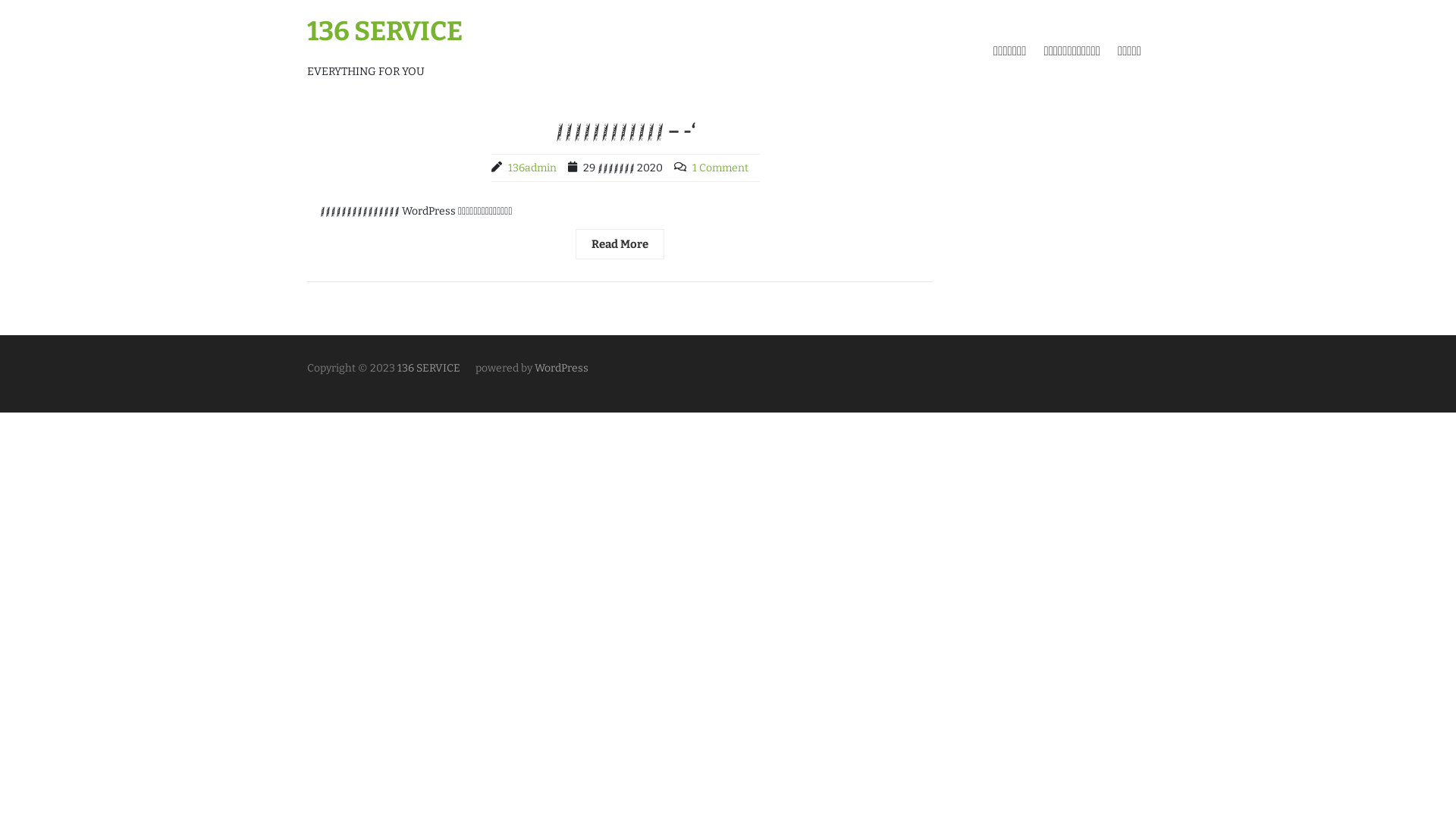  I want to click on 'WordPress', so click(560, 368).